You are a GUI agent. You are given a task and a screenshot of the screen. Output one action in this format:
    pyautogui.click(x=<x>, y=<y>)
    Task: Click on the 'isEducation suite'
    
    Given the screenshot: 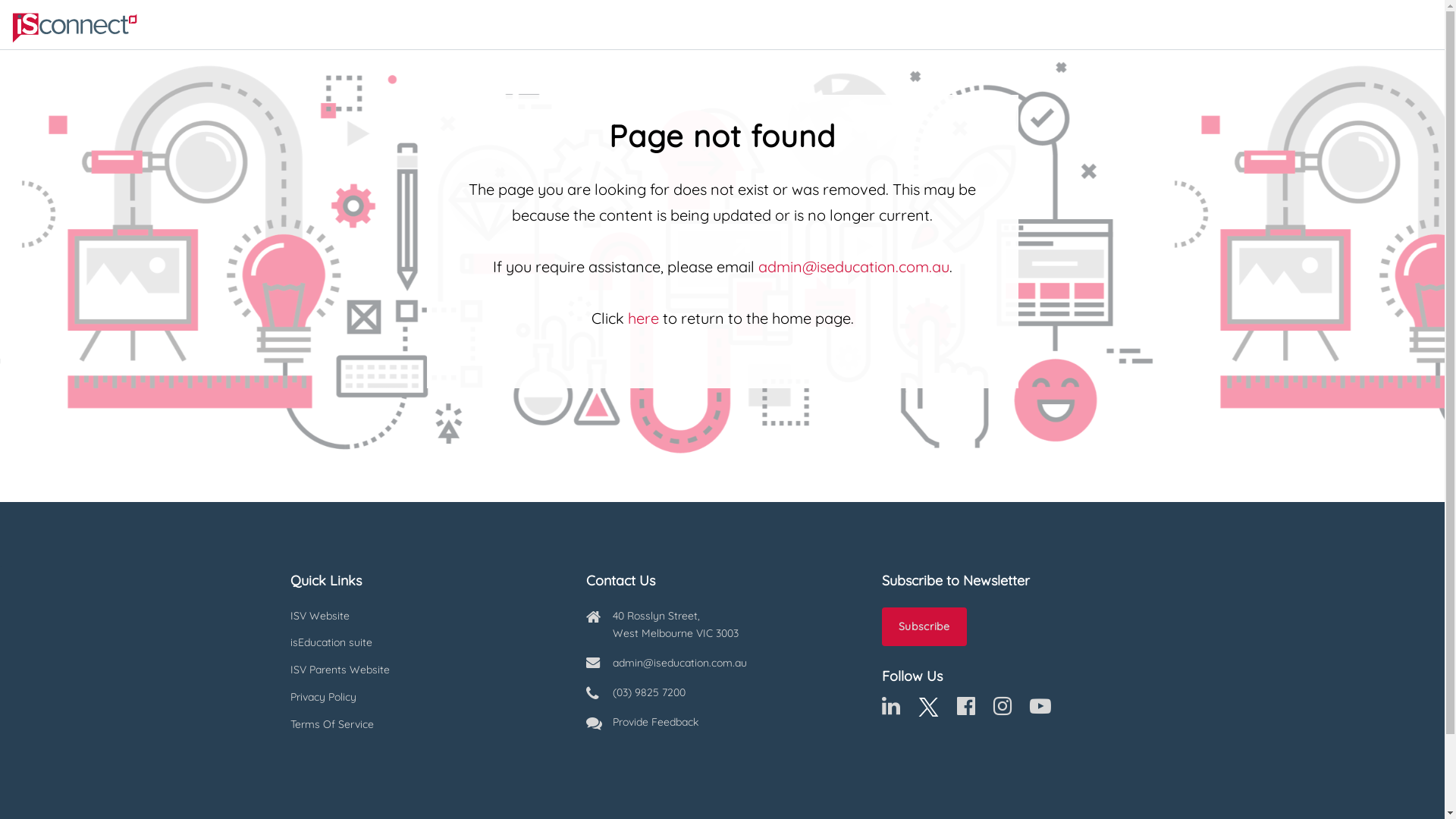 What is the action you would take?
    pyautogui.click(x=425, y=643)
    